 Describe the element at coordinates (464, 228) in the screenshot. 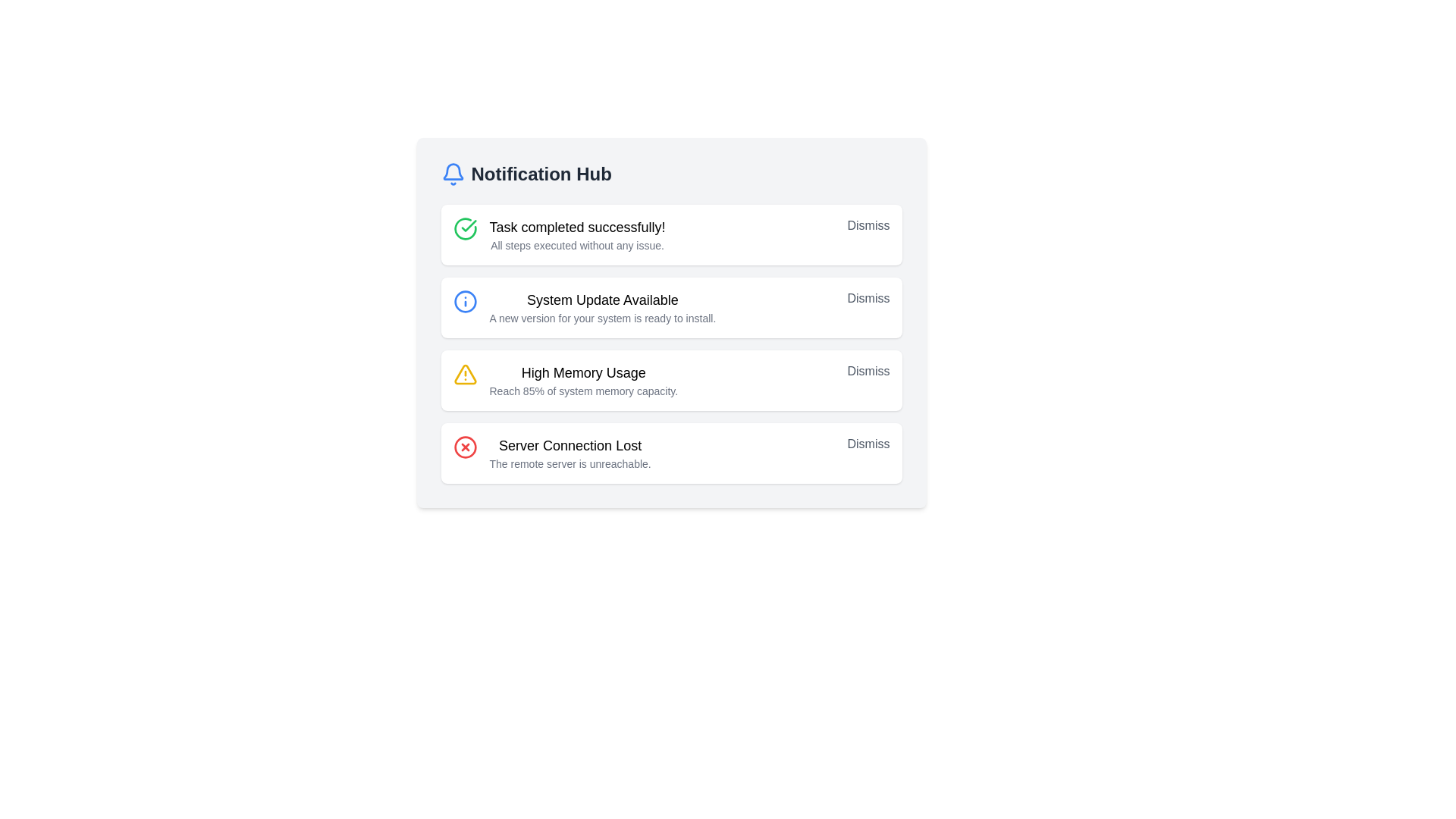

I see `the green circular checkmark icon located at the left part of the notification message indicating 'Task completed successfully!'` at that location.